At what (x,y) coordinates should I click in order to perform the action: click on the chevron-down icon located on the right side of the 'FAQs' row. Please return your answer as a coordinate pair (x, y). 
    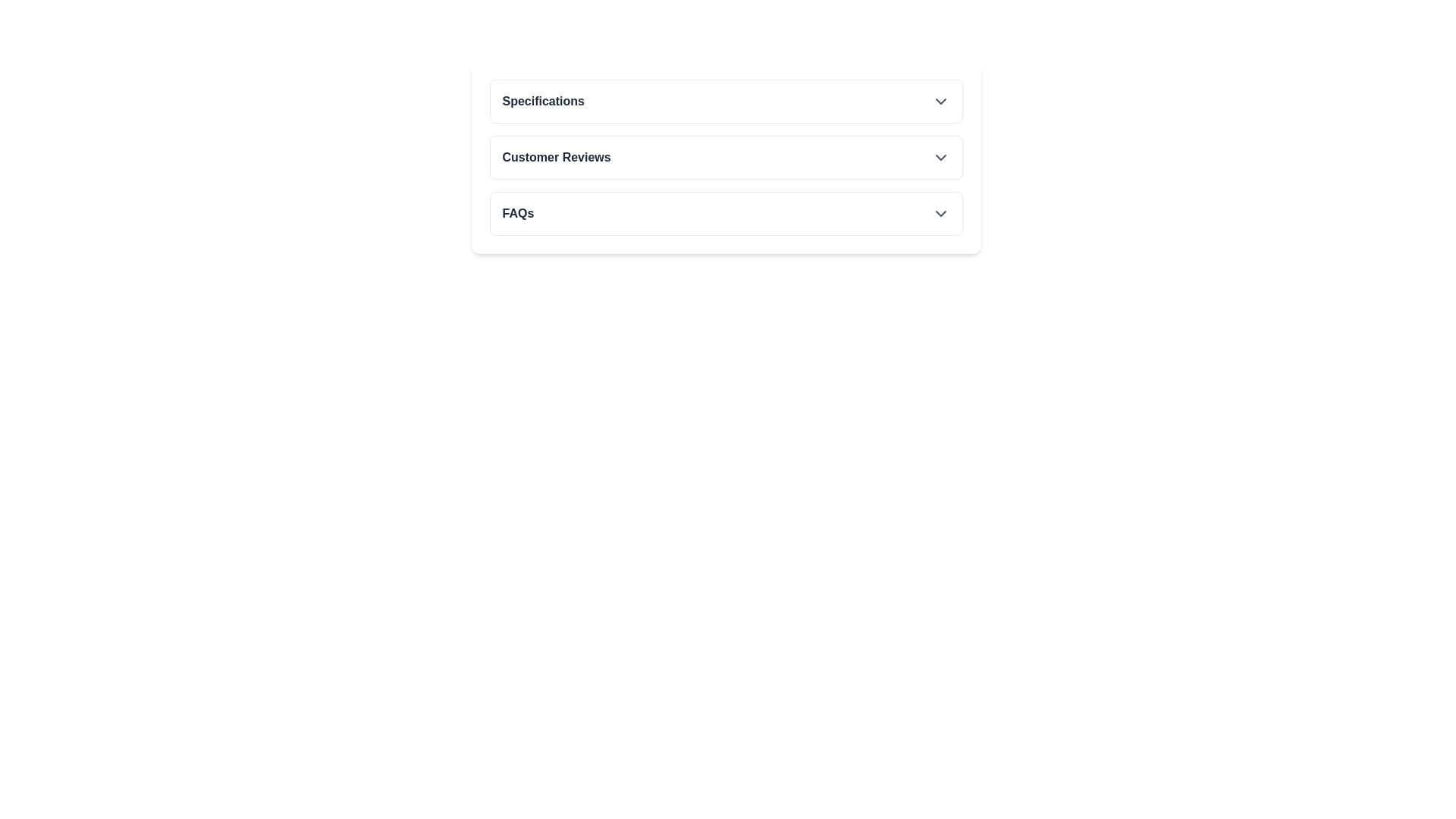
    Looking at the image, I should click on (940, 213).